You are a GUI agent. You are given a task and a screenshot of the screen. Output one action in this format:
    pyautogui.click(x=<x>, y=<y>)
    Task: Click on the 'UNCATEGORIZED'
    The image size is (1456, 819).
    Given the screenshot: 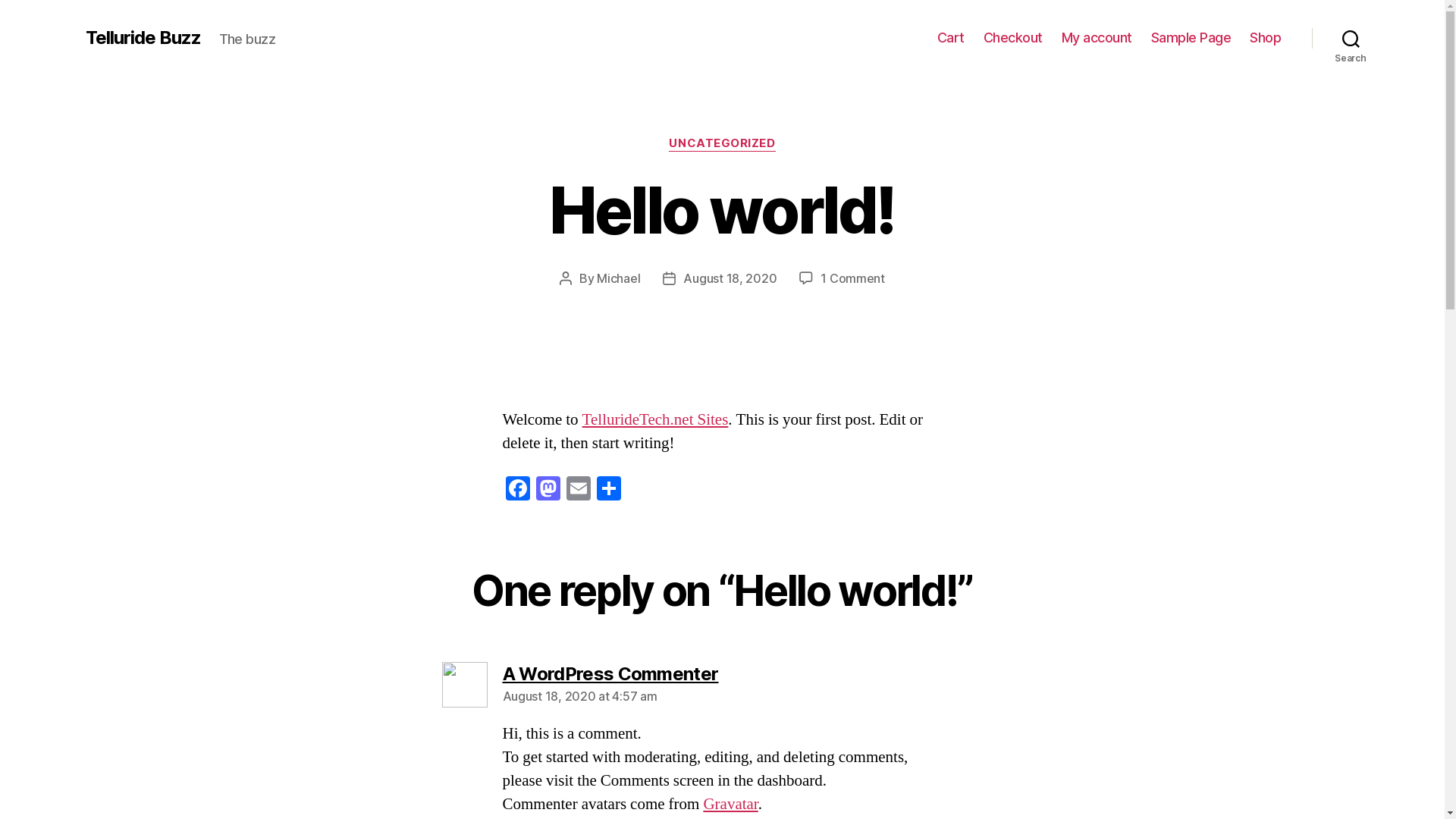 What is the action you would take?
    pyautogui.click(x=668, y=143)
    